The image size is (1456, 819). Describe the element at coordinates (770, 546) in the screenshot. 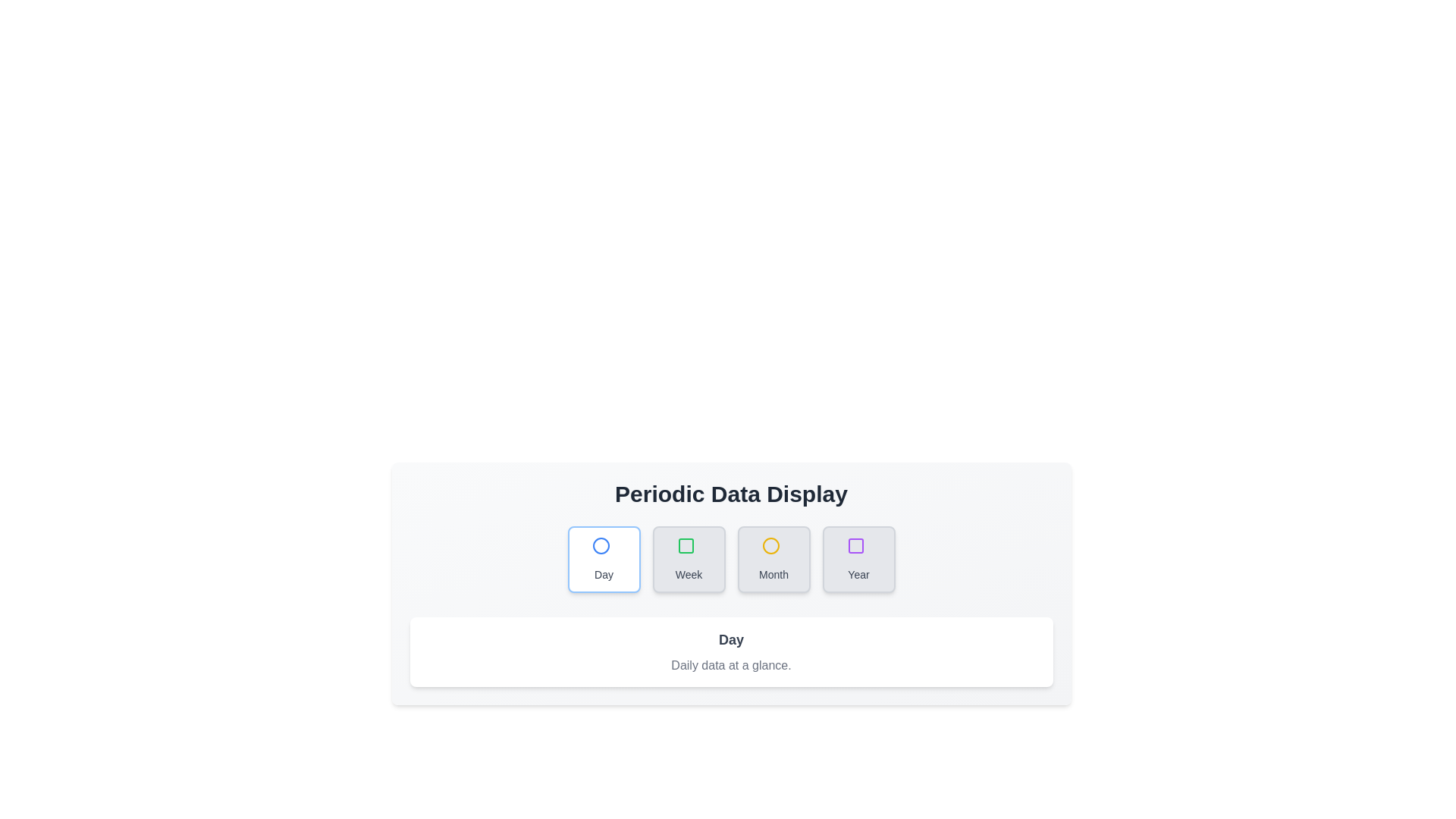

I see `the circular icon with a yellow border labeled 'Month' below the heading 'Periodic Data Display'` at that location.